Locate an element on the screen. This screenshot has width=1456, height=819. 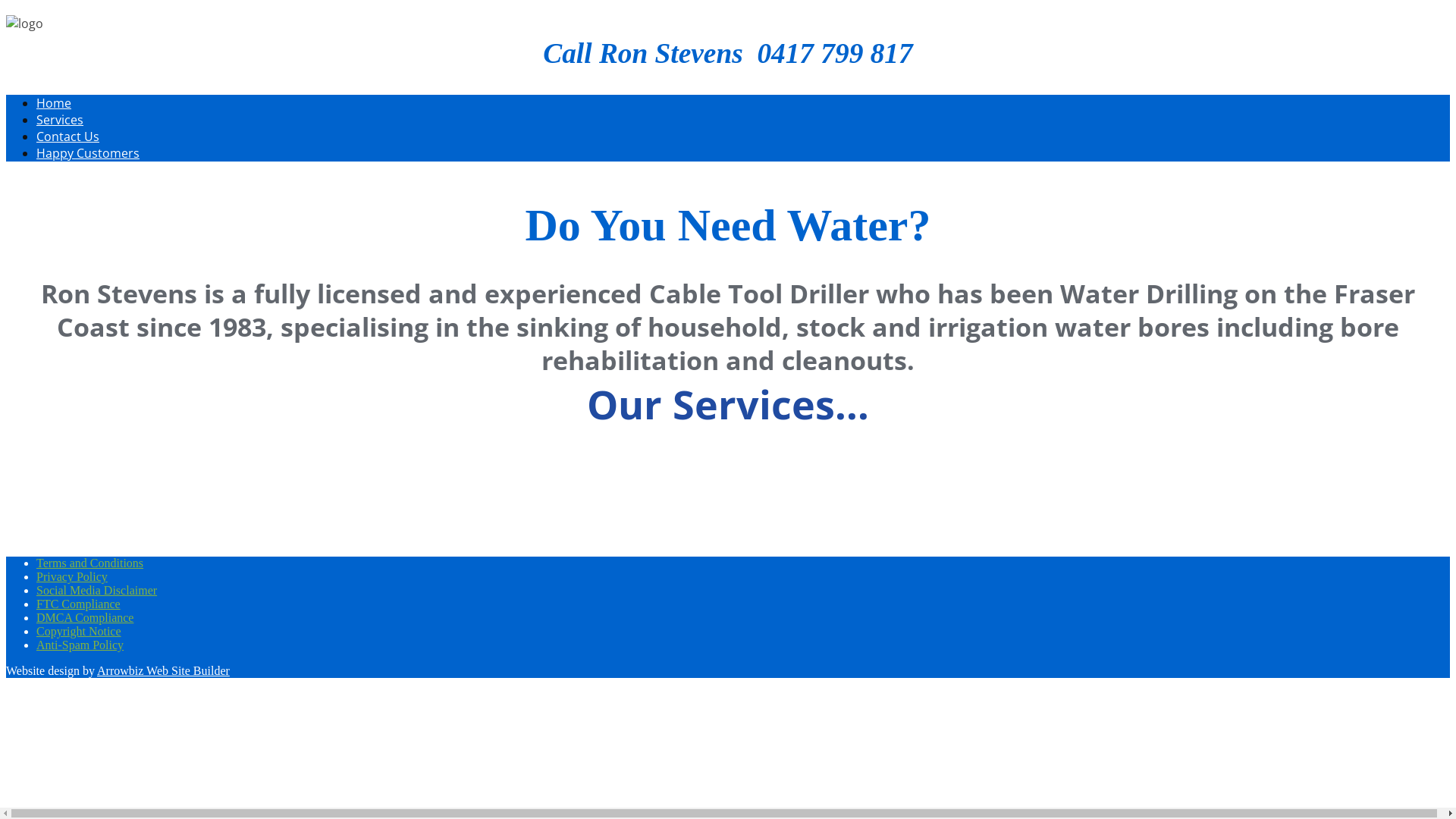
'DMCA Compliance' is located at coordinates (83, 617).